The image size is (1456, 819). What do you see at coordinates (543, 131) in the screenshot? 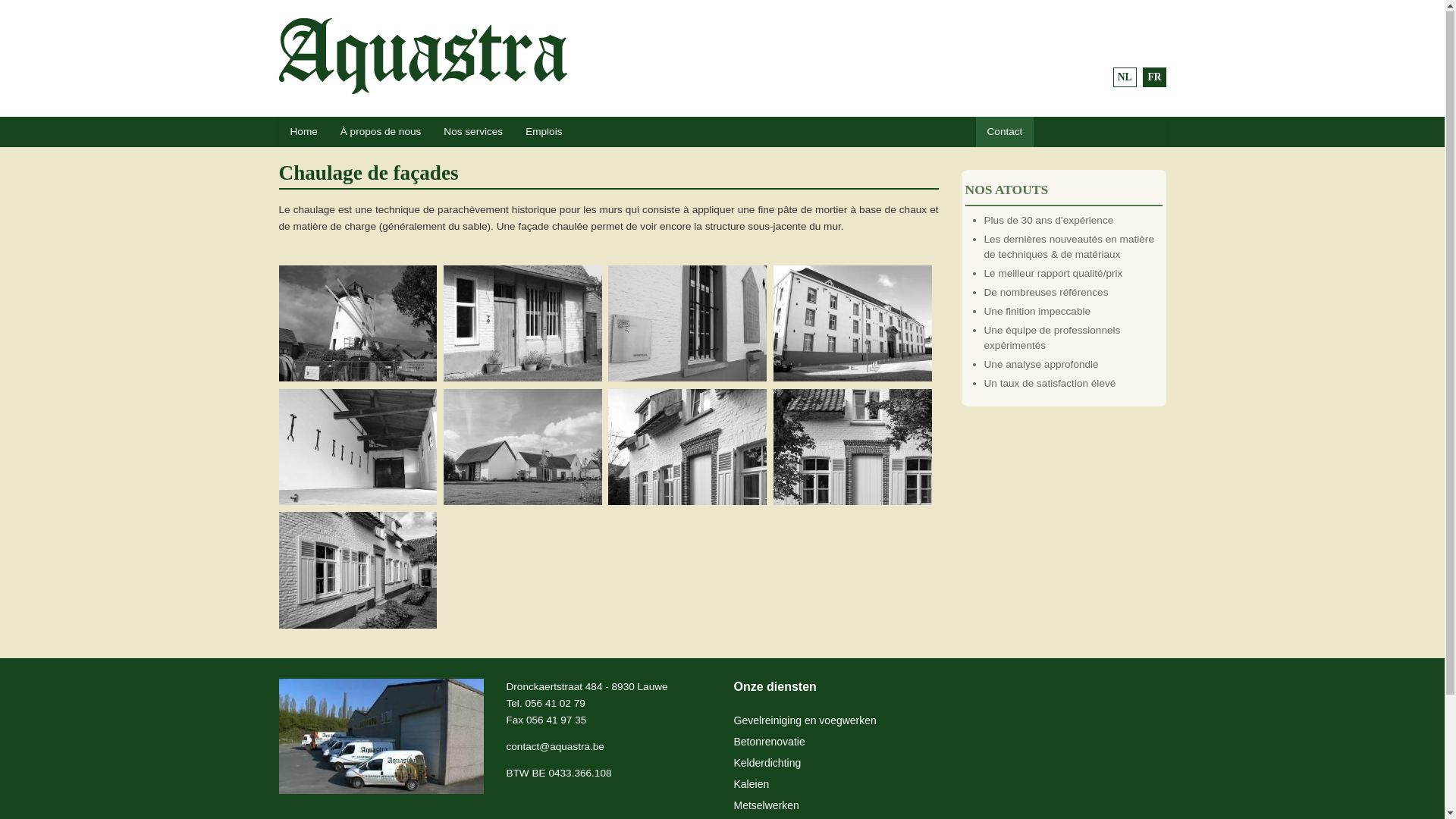
I see `'Emplois'` at bounding box center [543, 131].